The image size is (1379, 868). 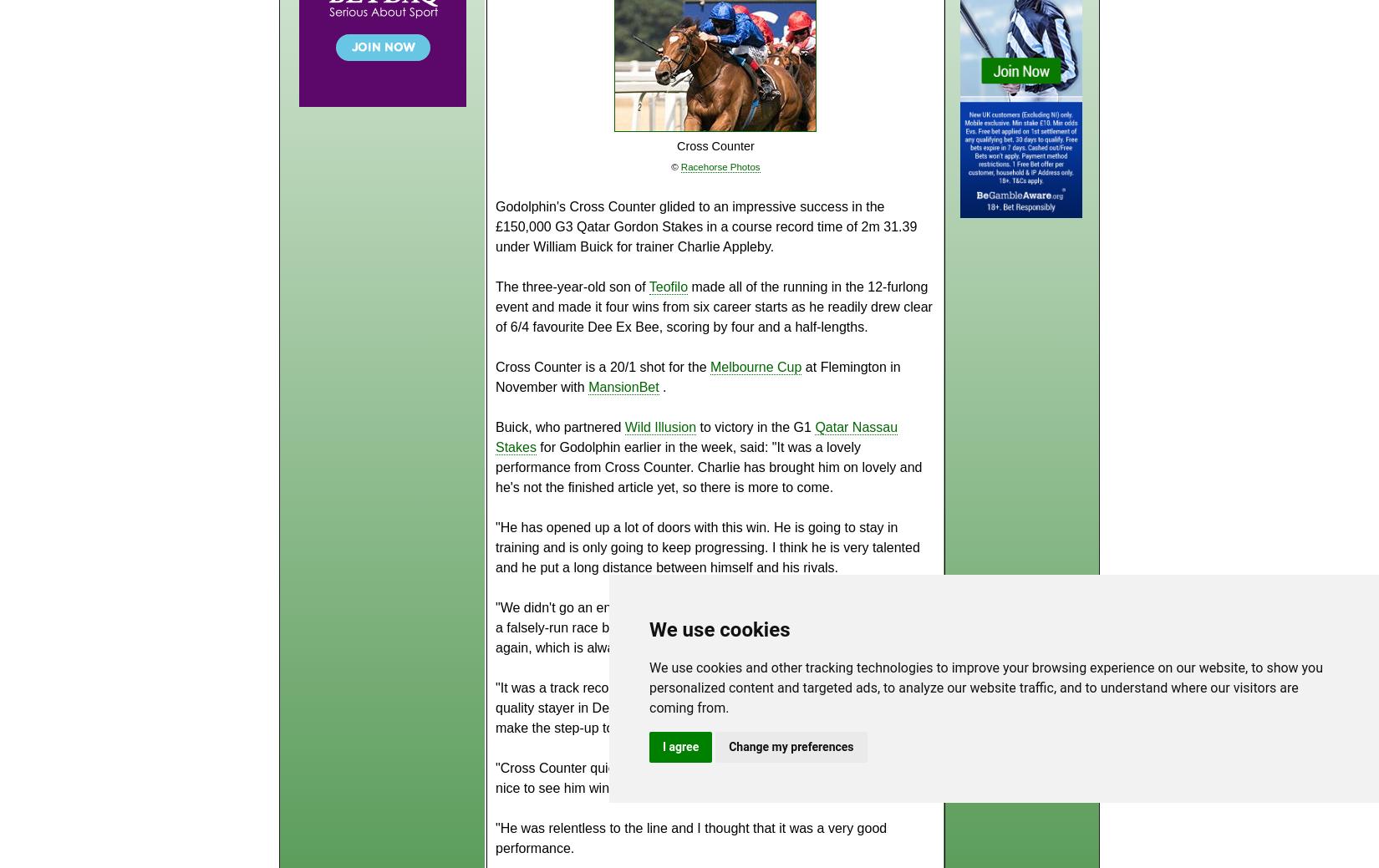 I want to click on '"He has opened up a lot of doors with this win. He is going to stay in training and is only going to keep progressing. I think he is very talented and he put a long distance between himself and his rivals.', so click(x=495, y=547).